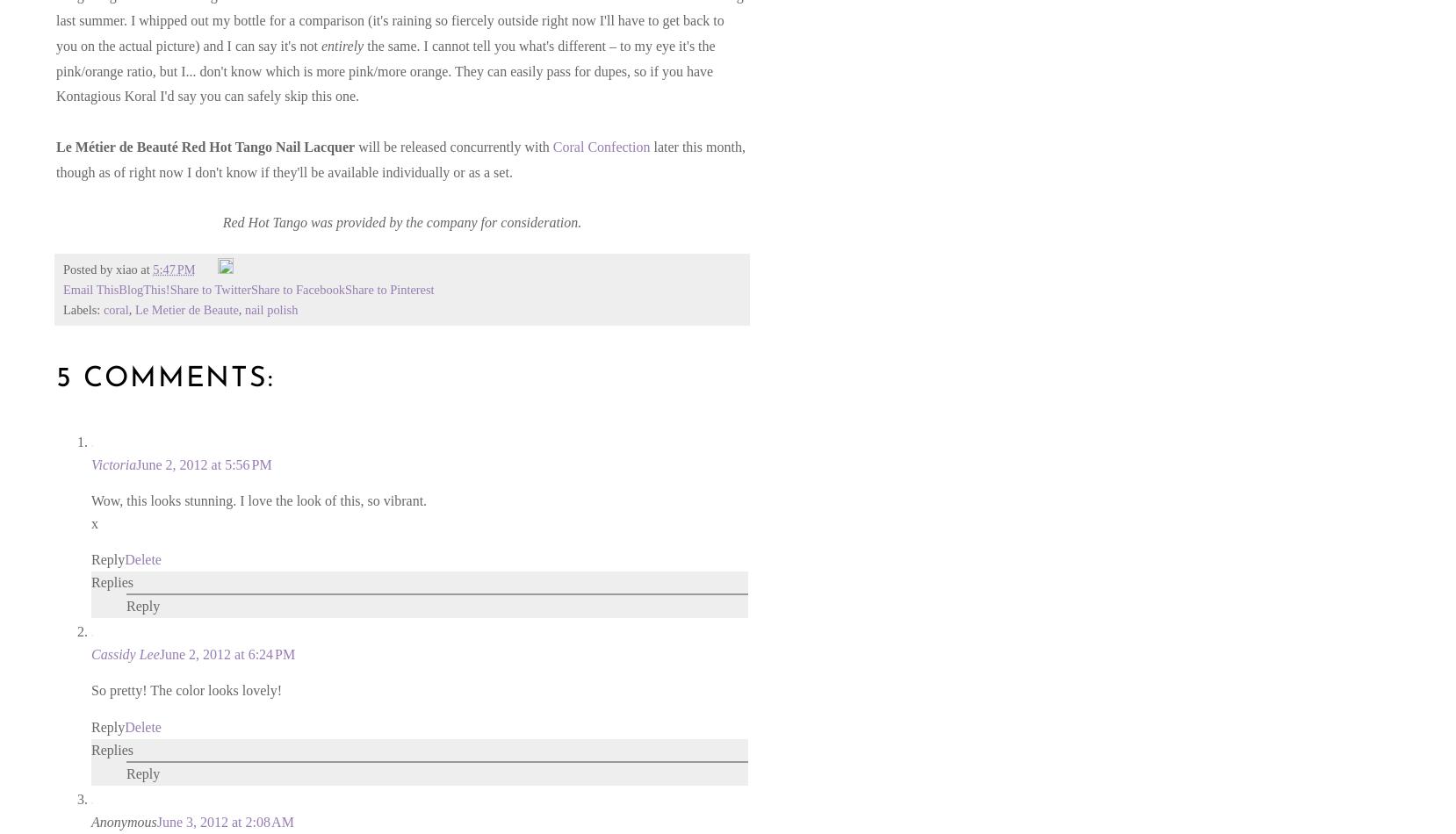  Describe the element at coordinates (224, 820) in the screenshot. I see `'June 3, 2012 at 2:08 AM'` at that location.